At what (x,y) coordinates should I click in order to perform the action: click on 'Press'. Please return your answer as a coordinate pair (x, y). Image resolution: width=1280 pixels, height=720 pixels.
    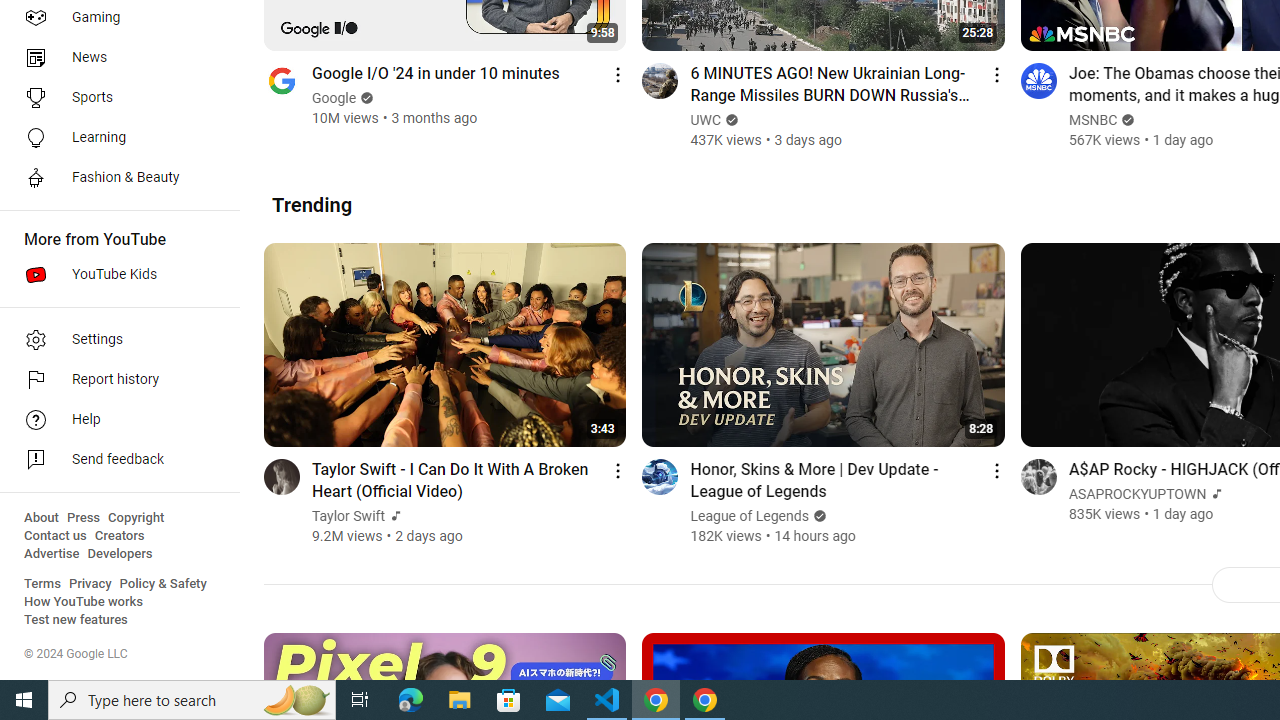
    Looking at the image, I should click on (82, 517).